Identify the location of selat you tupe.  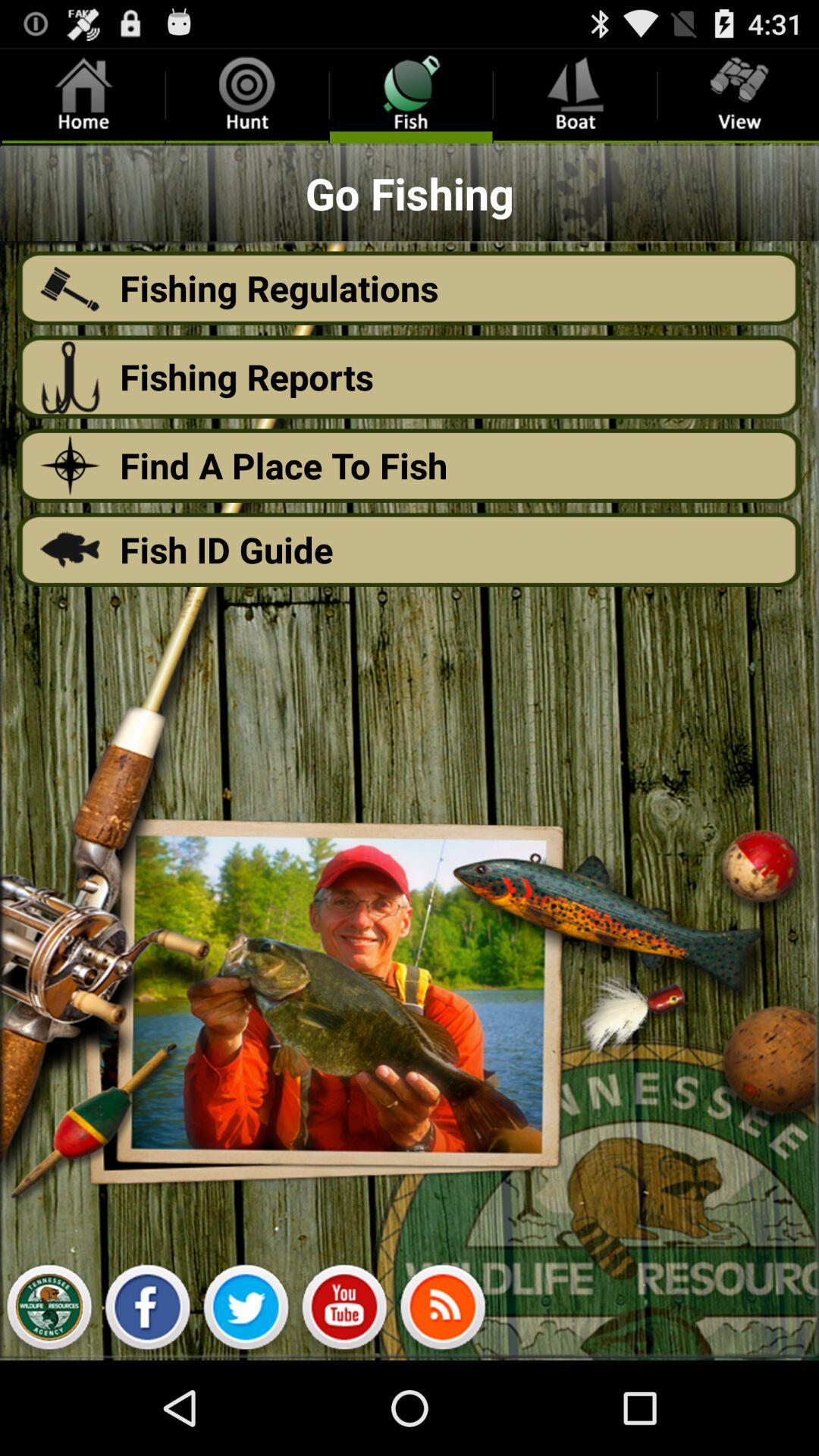
(344, 1310).